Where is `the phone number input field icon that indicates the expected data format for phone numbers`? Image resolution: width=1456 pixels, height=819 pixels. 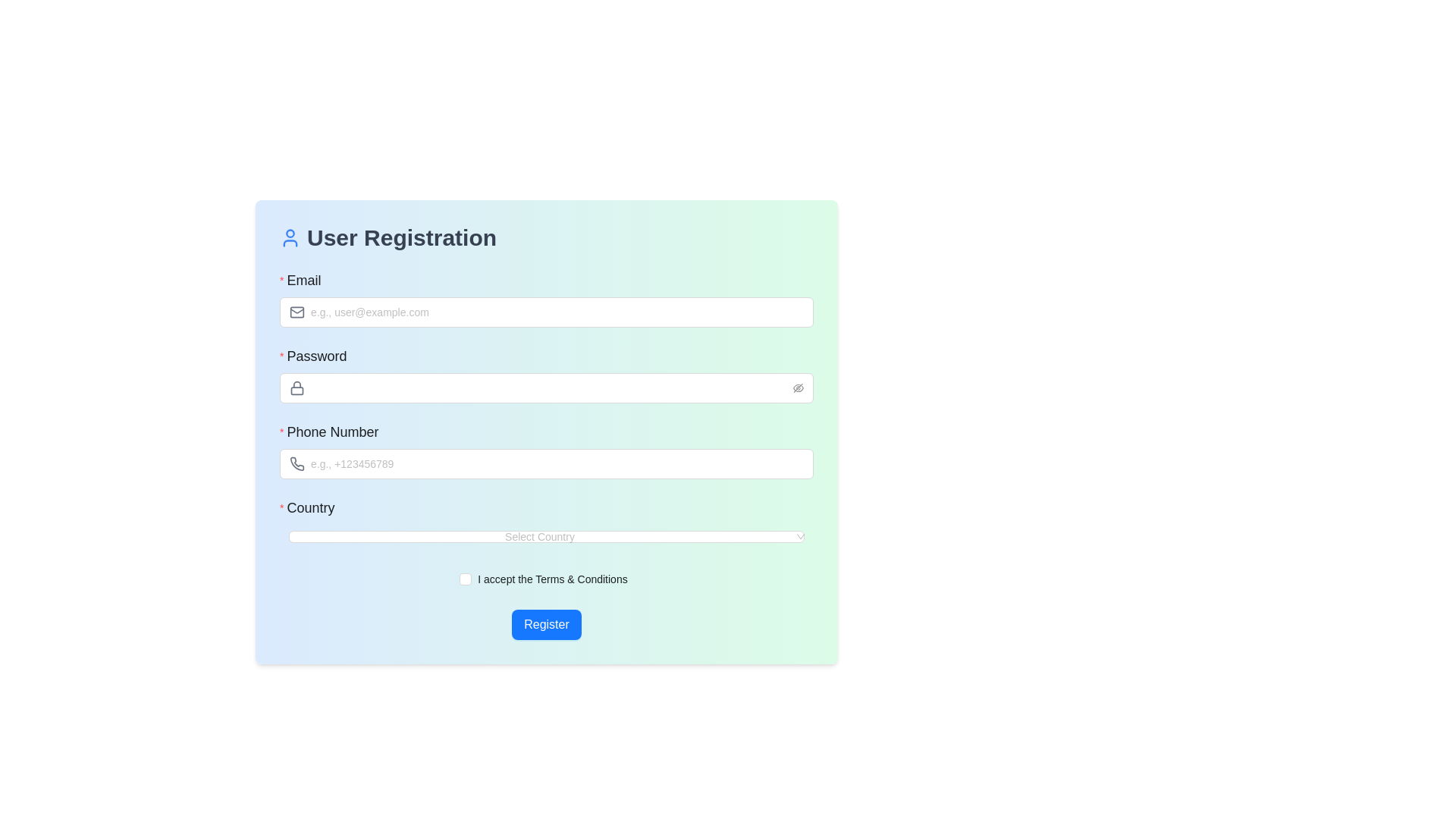
the phone number input field icon that indicates the expected data format for phone numbers is located at coordinates (298, 463).